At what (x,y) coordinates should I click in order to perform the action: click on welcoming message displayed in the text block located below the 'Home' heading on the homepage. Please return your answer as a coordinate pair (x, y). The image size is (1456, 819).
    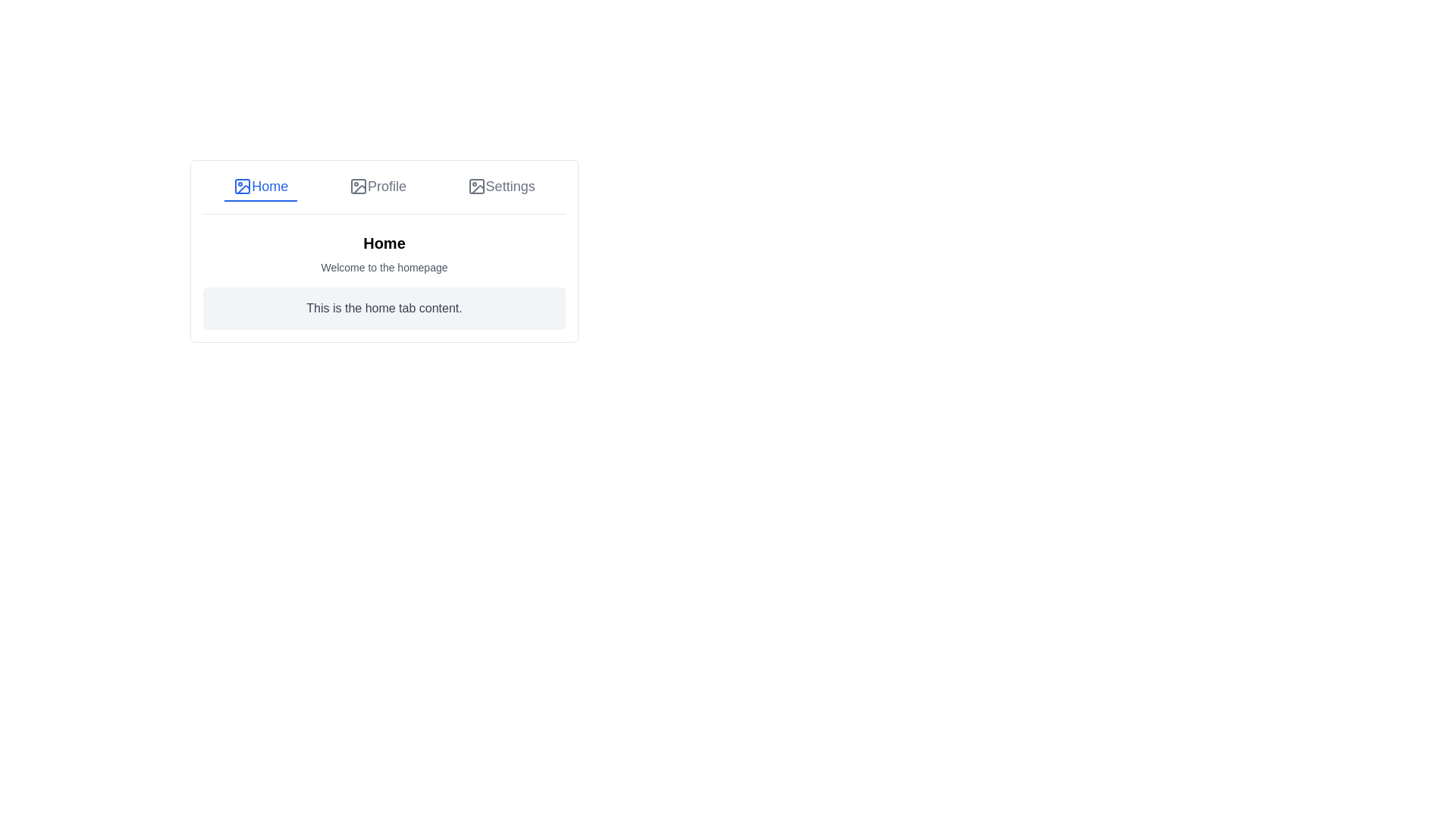
    Looking at the image, I should click on (384, 267).